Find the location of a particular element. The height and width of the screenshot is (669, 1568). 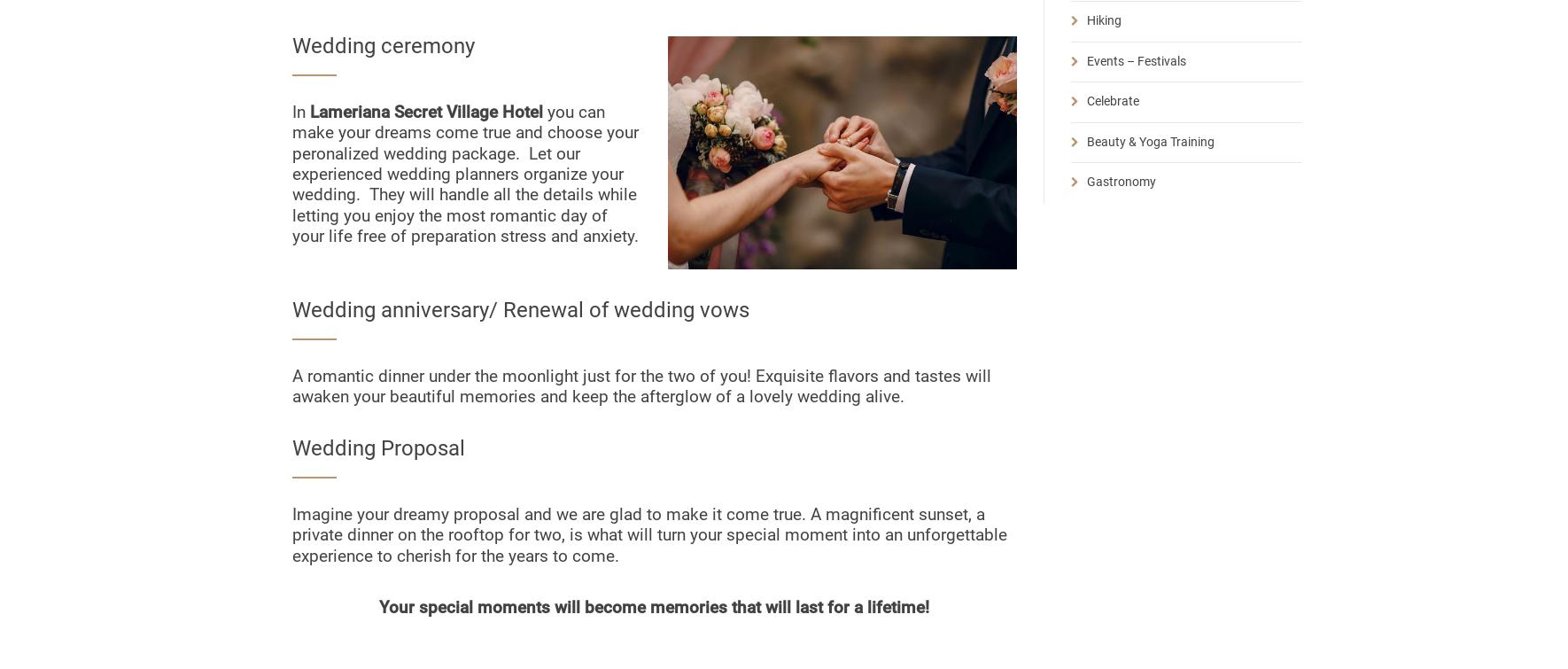

'In' is located at coordinates (300, 112).